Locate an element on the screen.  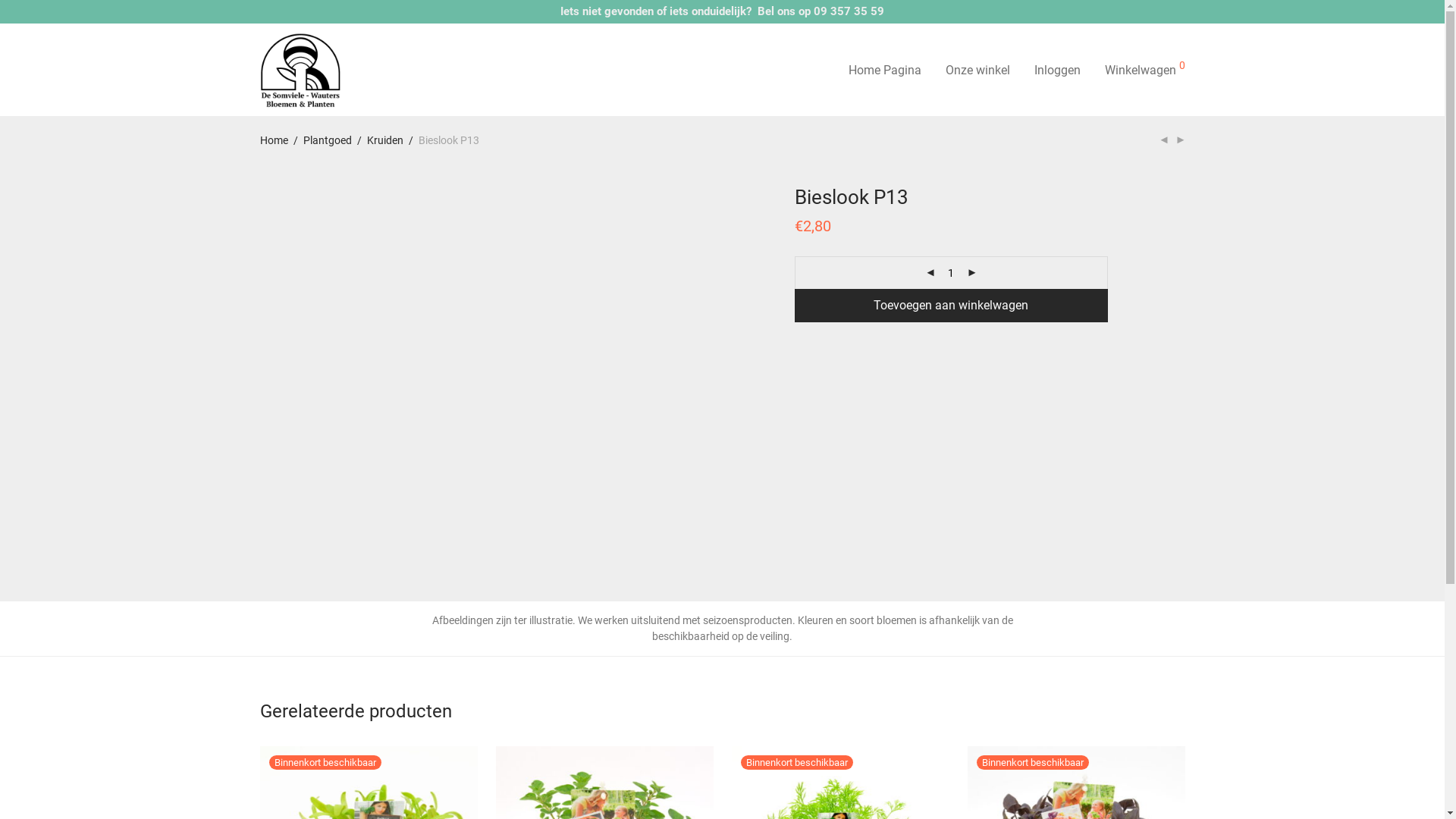
'Plantgoed' is located at coordinates (327, 140).